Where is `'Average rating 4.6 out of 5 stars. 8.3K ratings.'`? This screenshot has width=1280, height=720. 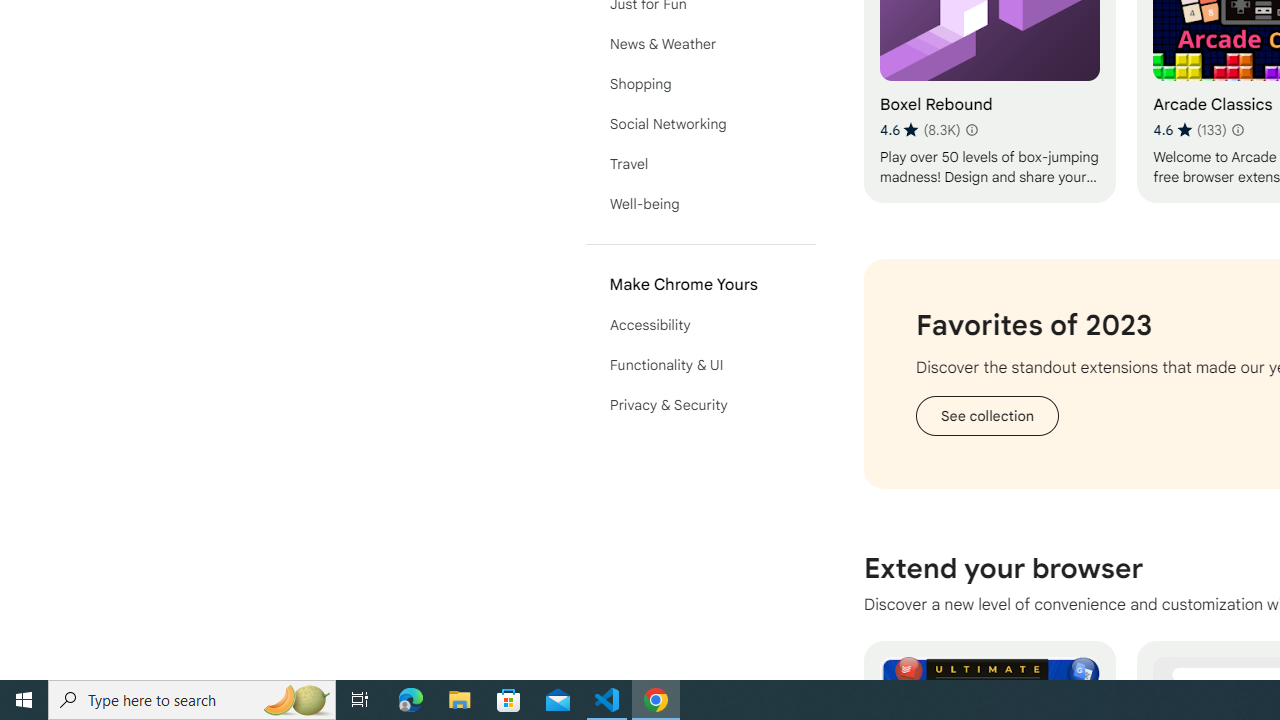 'Average rating 4.6 out of 5 stars. 8.3K ratings.' is located at coordinates (919, 129).